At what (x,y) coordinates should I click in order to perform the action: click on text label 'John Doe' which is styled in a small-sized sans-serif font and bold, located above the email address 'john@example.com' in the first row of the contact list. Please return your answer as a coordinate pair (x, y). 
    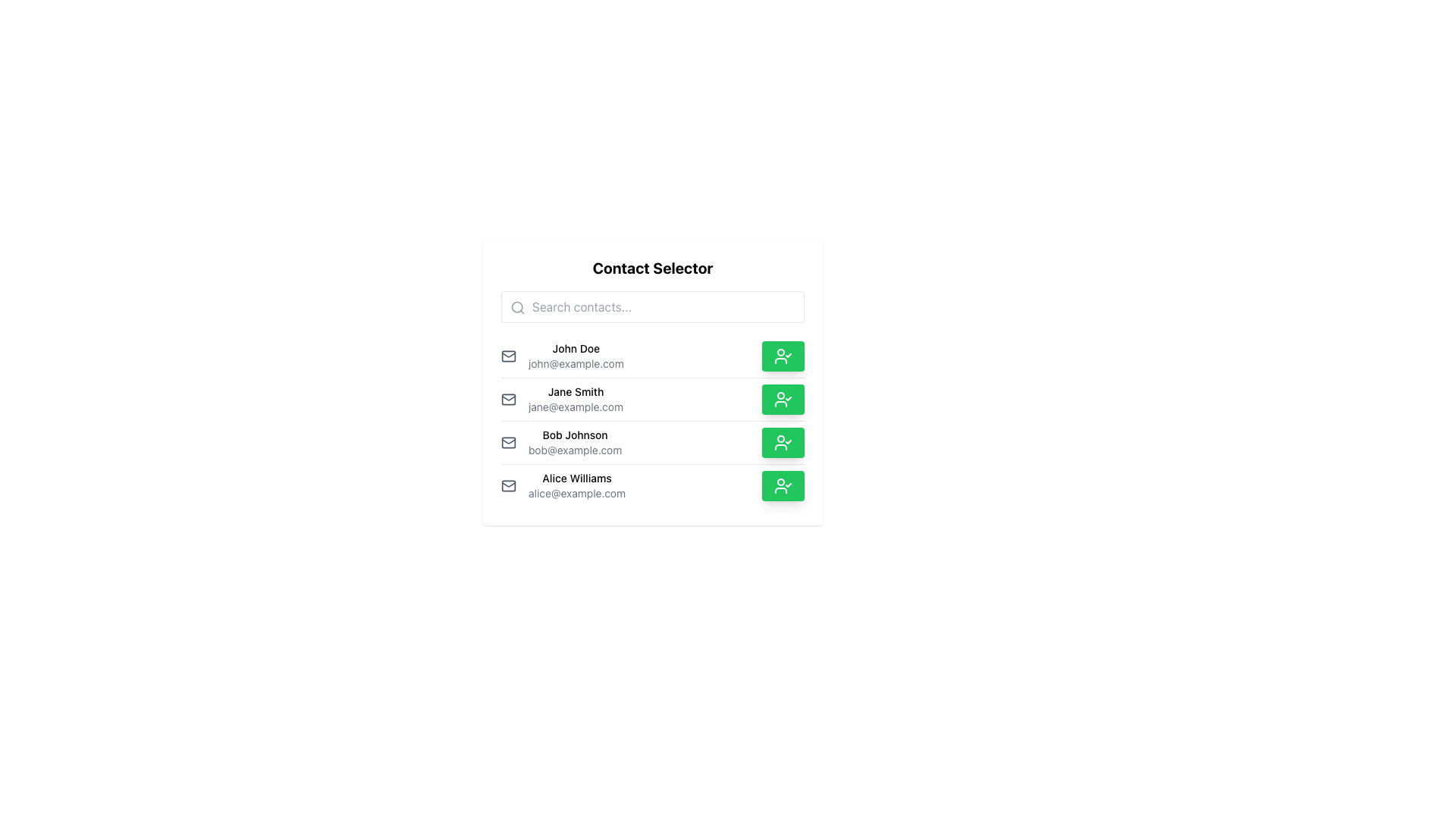
    Looking at the image, I should click on (575, 348).